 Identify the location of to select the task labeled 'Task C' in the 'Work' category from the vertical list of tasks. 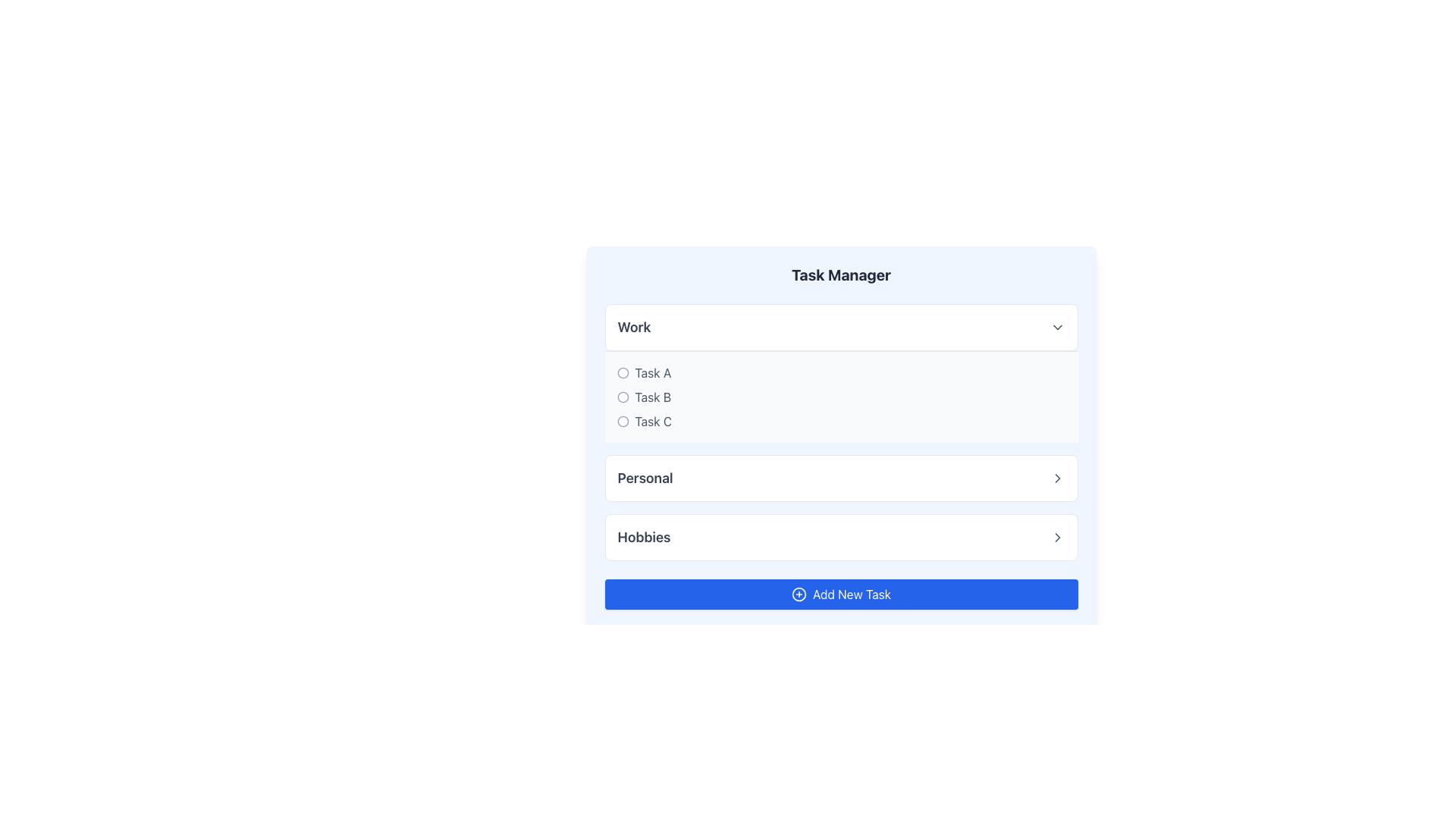
(840, 421).